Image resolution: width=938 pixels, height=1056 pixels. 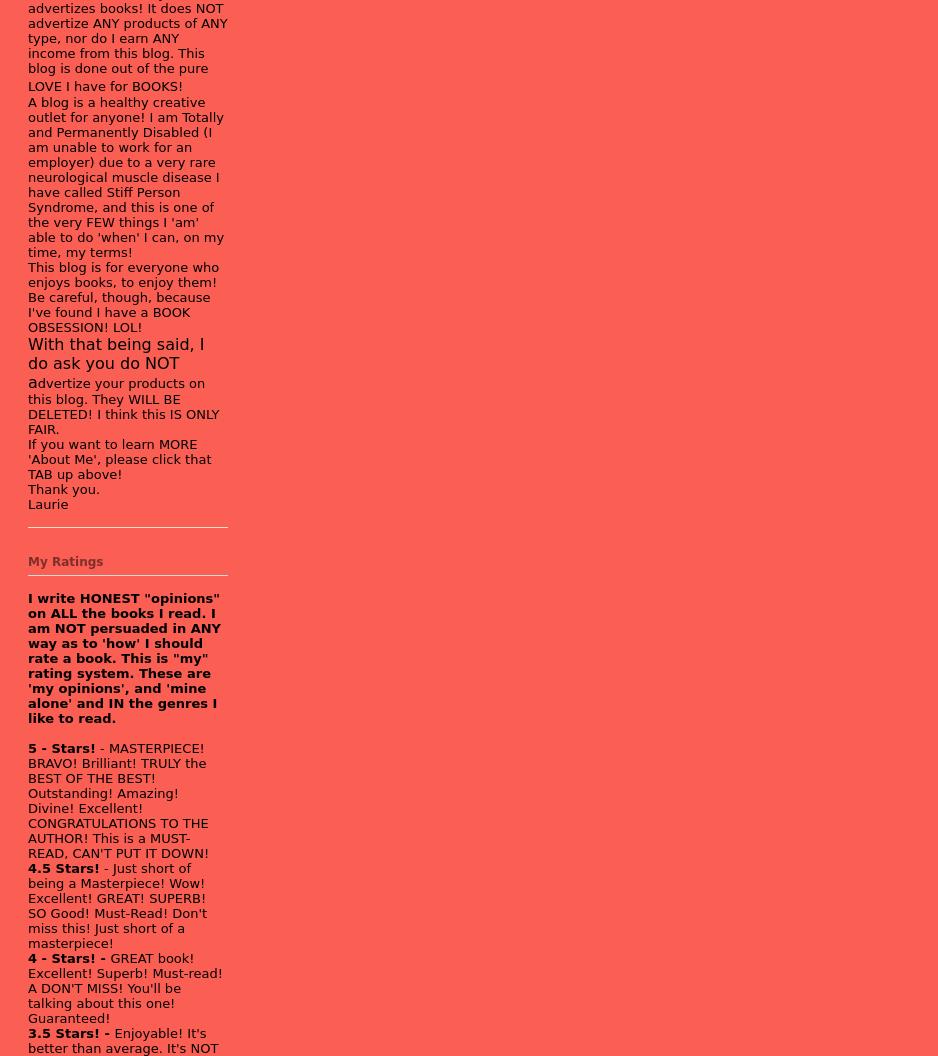 I want to click on 'Wow! Excellent! GREAT! SUPERB! SO Good! Must-Read! Don't miss this! Just short of a masterpiece!', so click(x=116, y=911).